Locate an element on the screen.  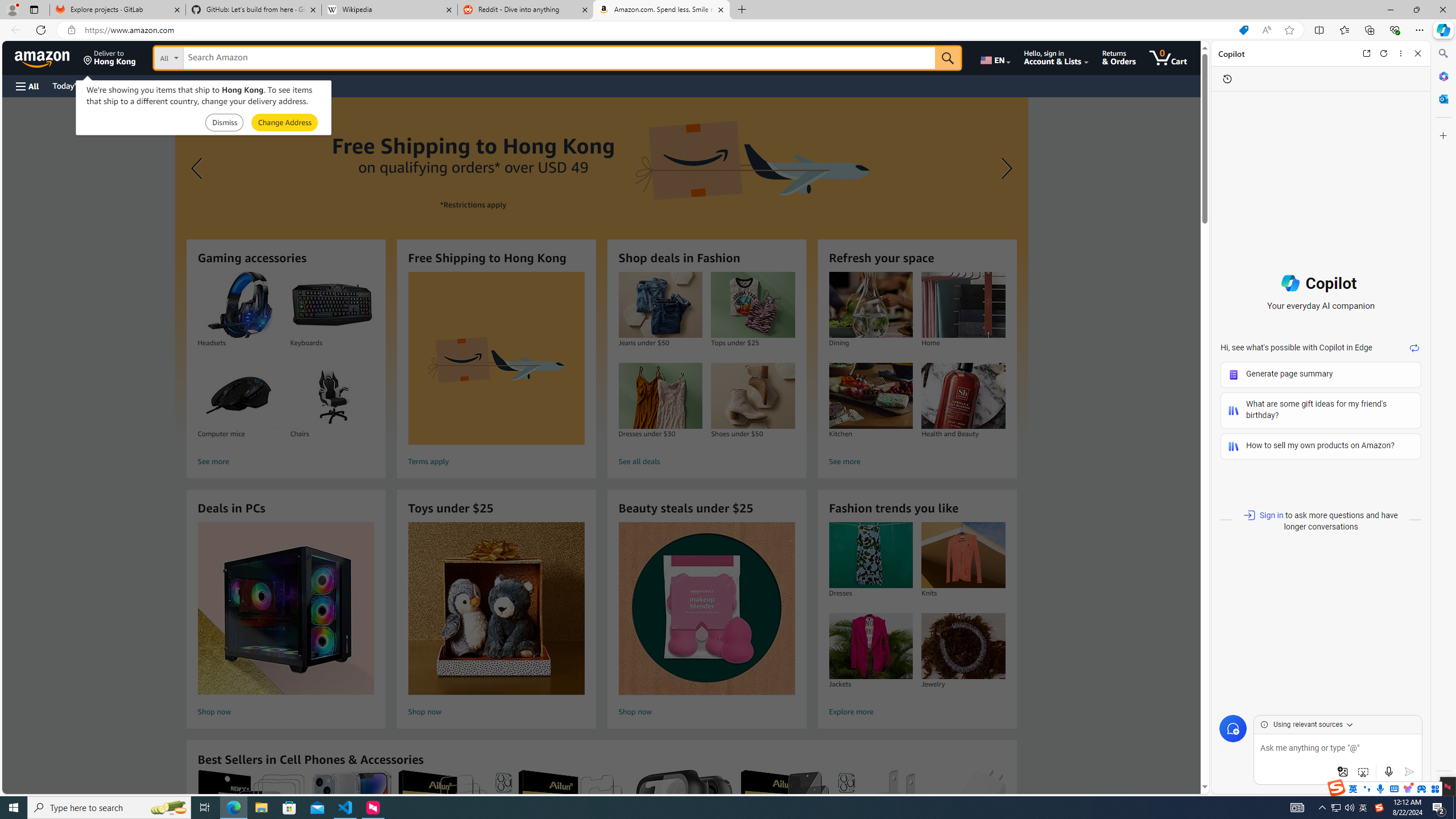
'Dresses under $30' is located at coordinates (659, 396).